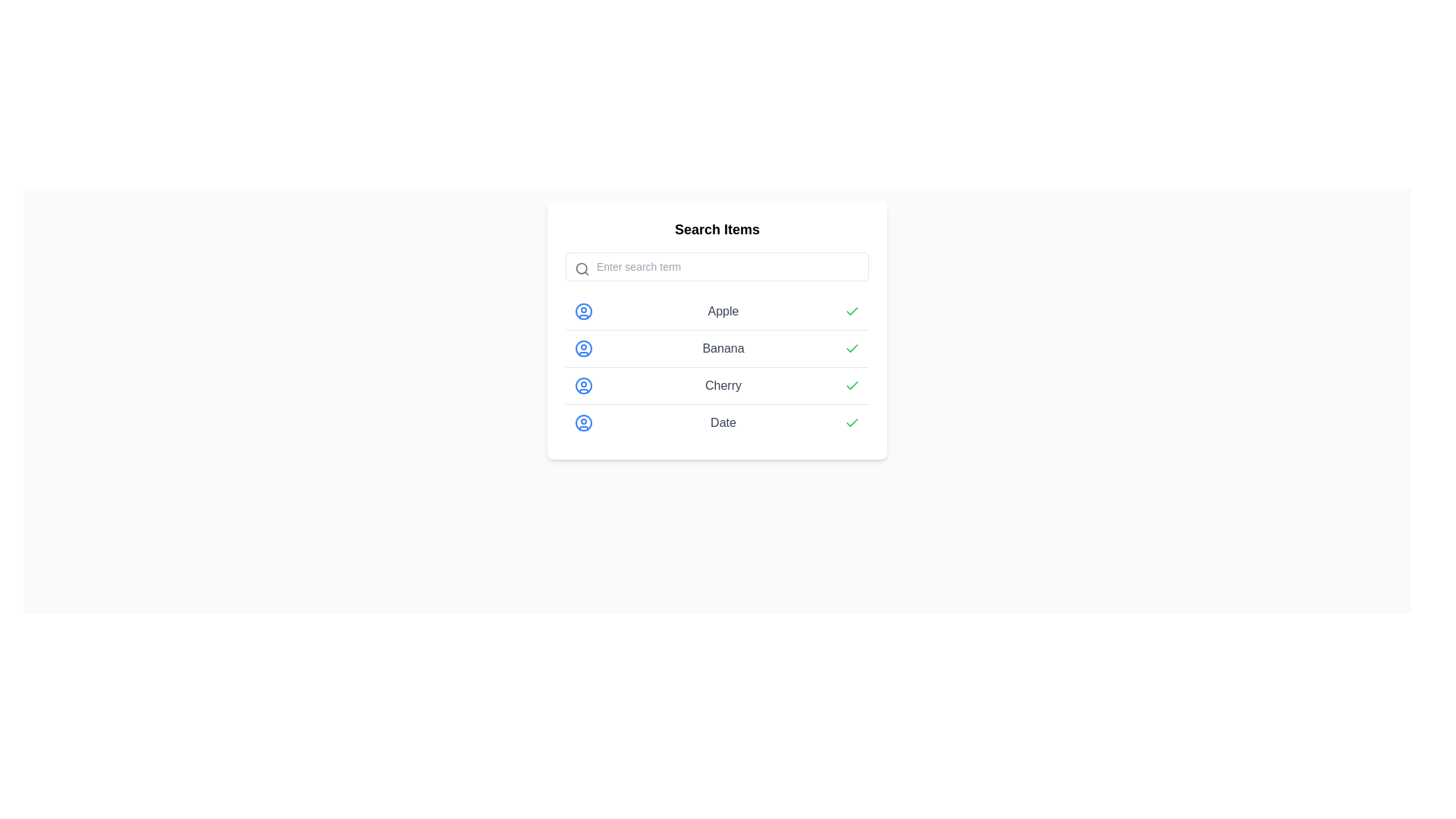  I want to click on the search functionality icon located on the left side of the search input field, within a smaller square area, so click(582, 268).